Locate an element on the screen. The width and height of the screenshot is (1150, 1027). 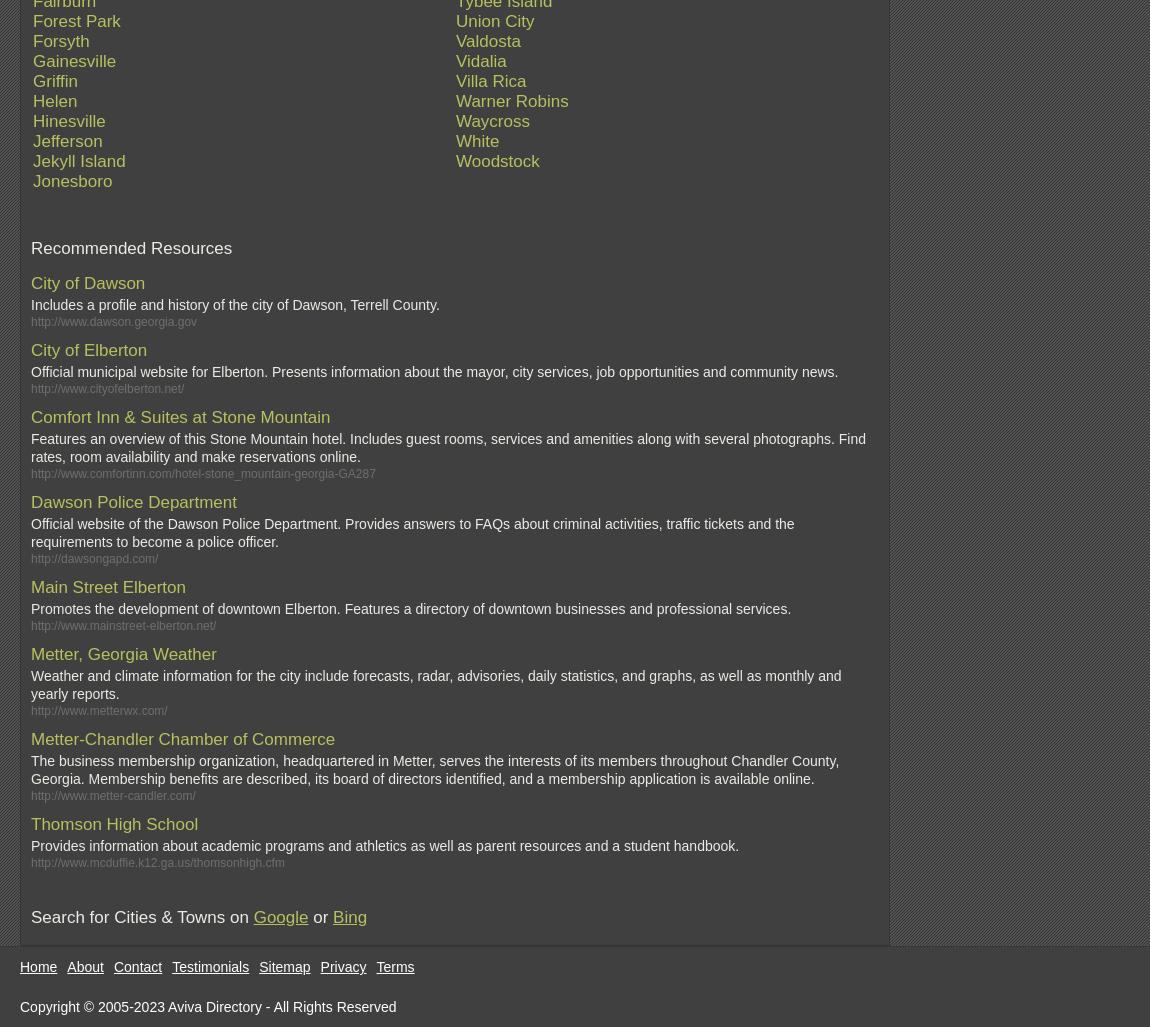
'Hinesville' is located at coordinates (68, 121).